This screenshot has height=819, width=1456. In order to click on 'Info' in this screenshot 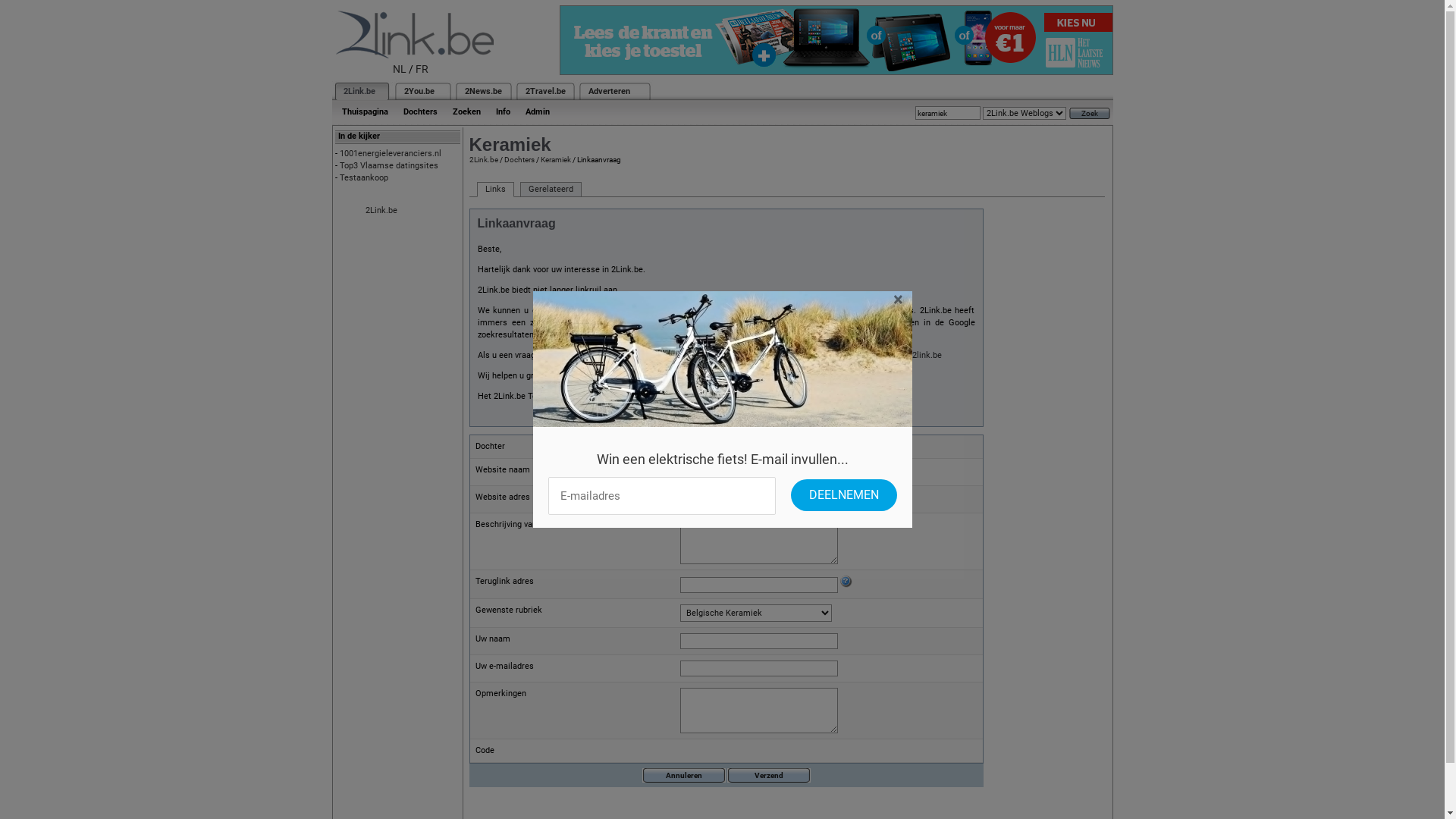, I will do `click(503, 111)`.